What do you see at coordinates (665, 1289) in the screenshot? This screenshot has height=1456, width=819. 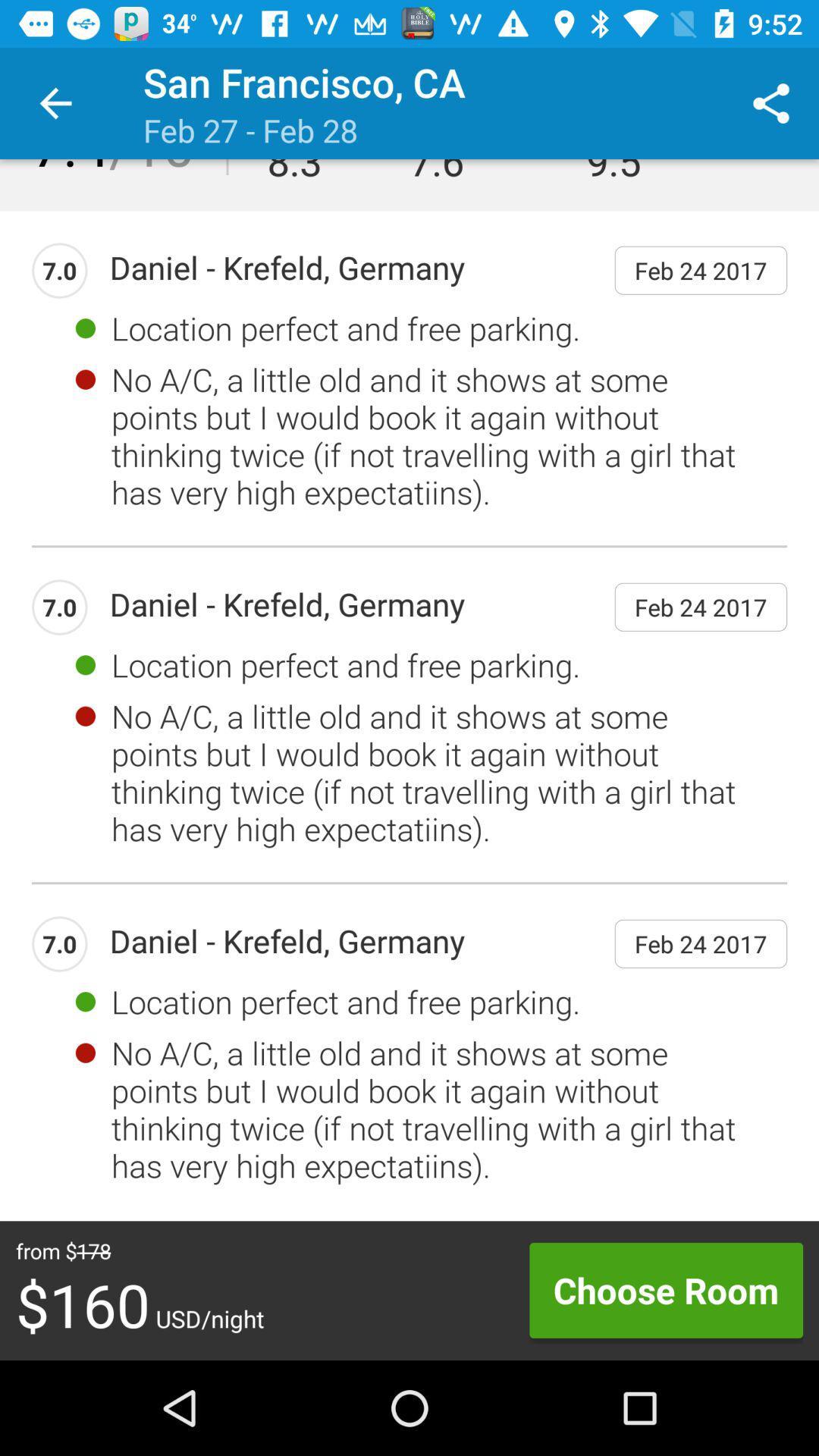 I see `choose room icon` at bounding box center [665, 1289].